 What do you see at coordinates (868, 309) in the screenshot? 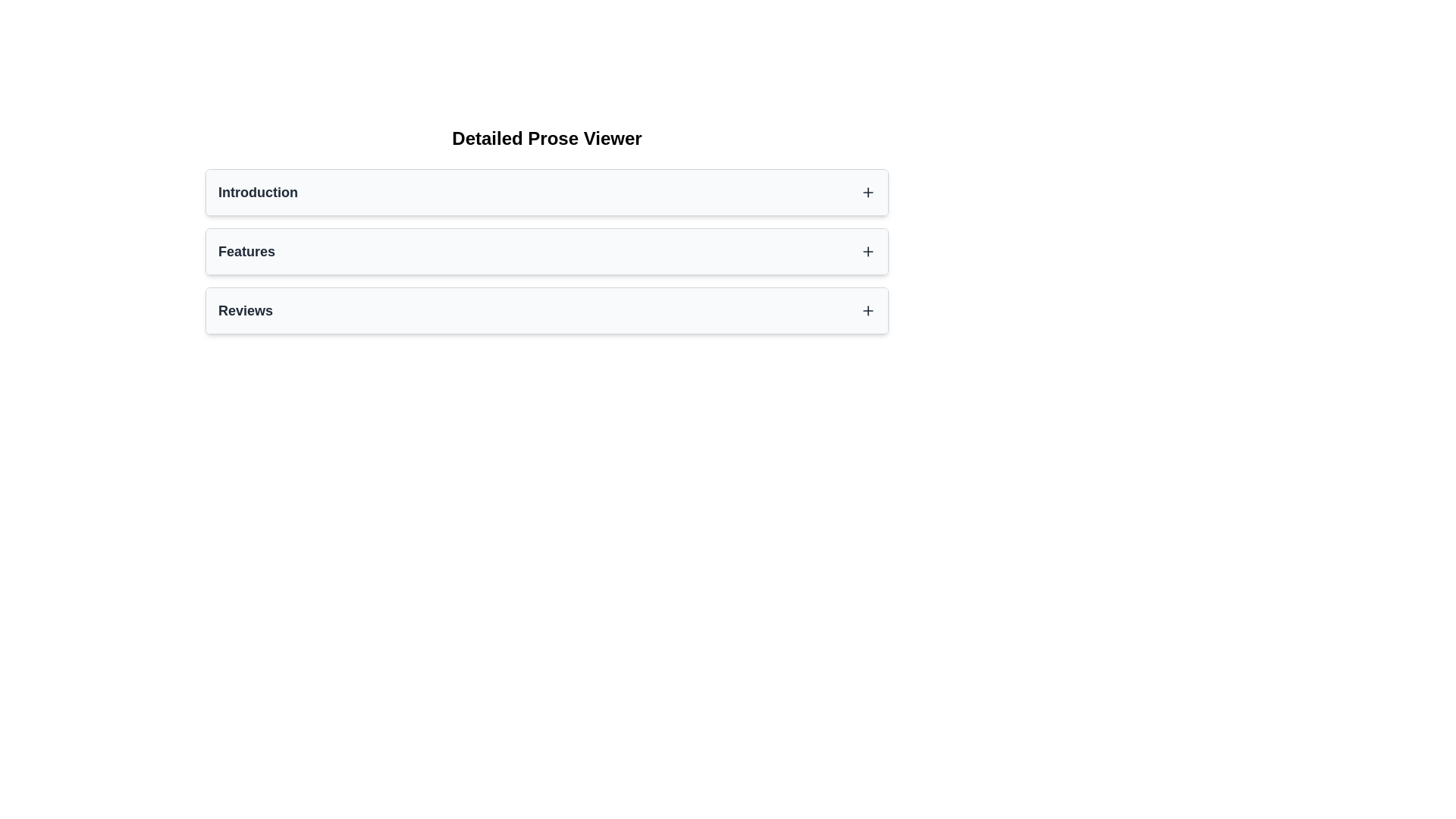
I see `the Icon button resembling a plus symbol located at the far right of the 'Reviews' section` at bounding box center [868, 309].